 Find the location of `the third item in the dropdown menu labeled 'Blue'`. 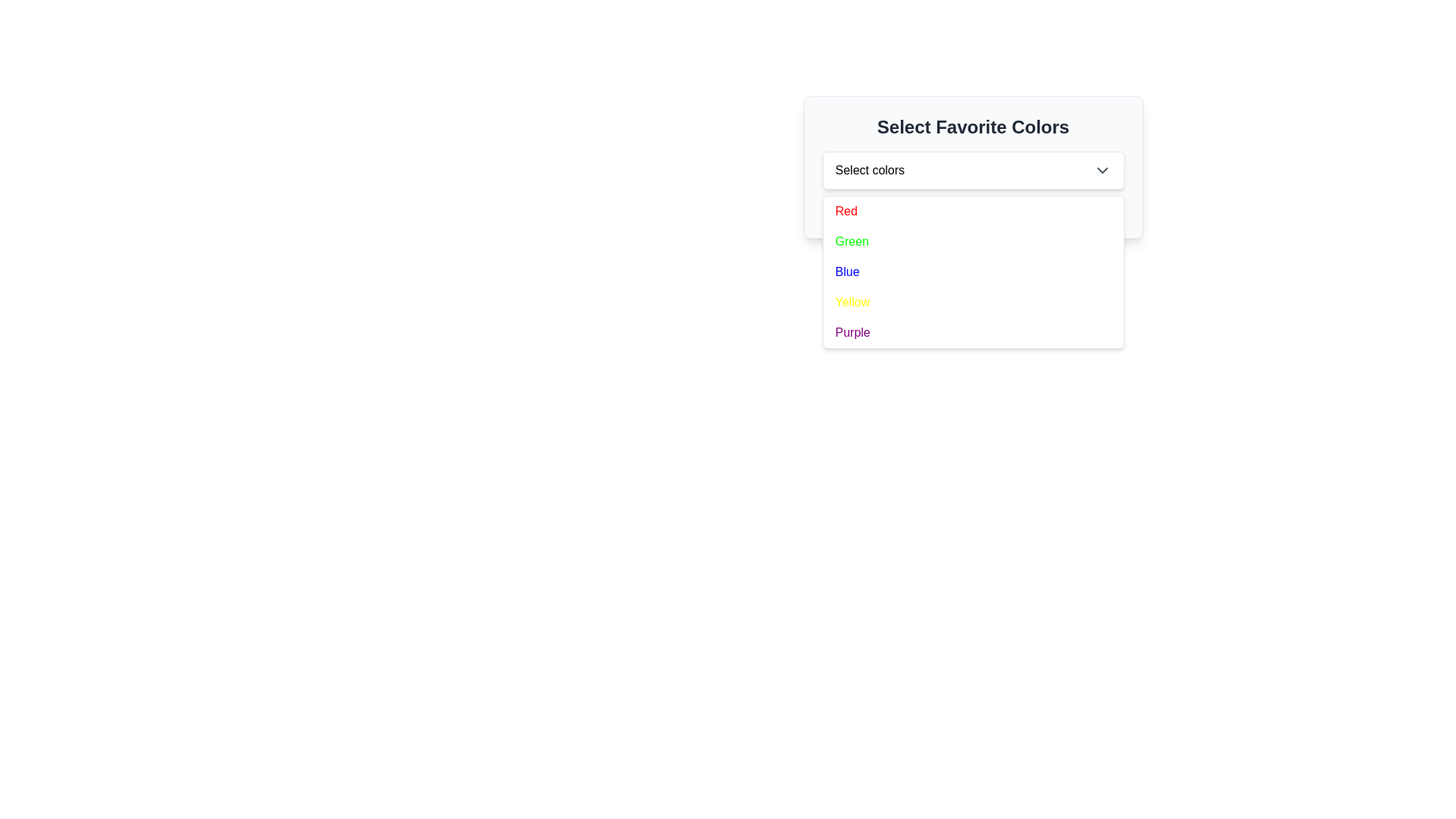

the third item in the dropdown menu labeled 'Blue' is located at coordinates (973, 271).